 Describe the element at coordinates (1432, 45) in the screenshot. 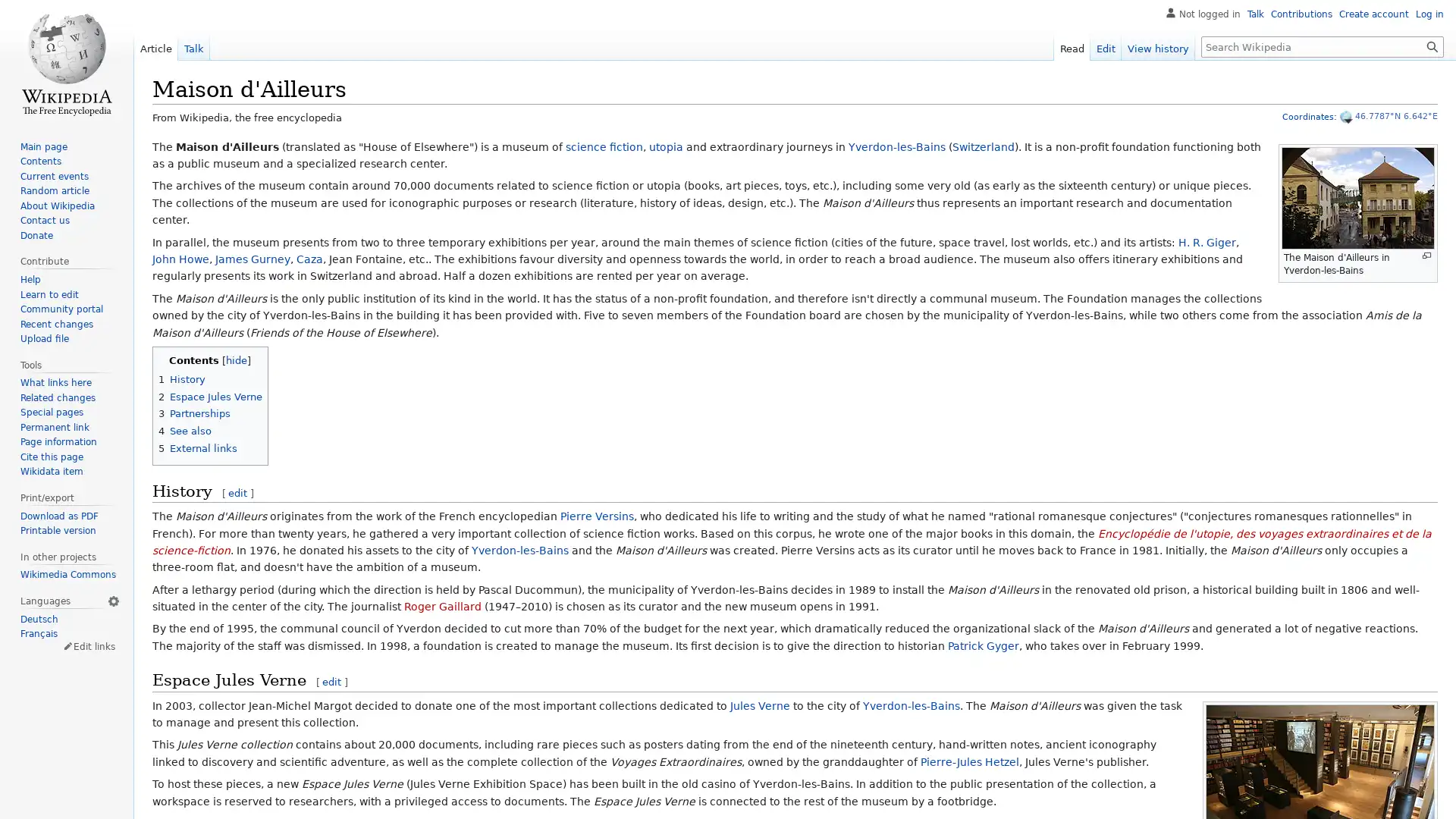

I see `Search` at that location.